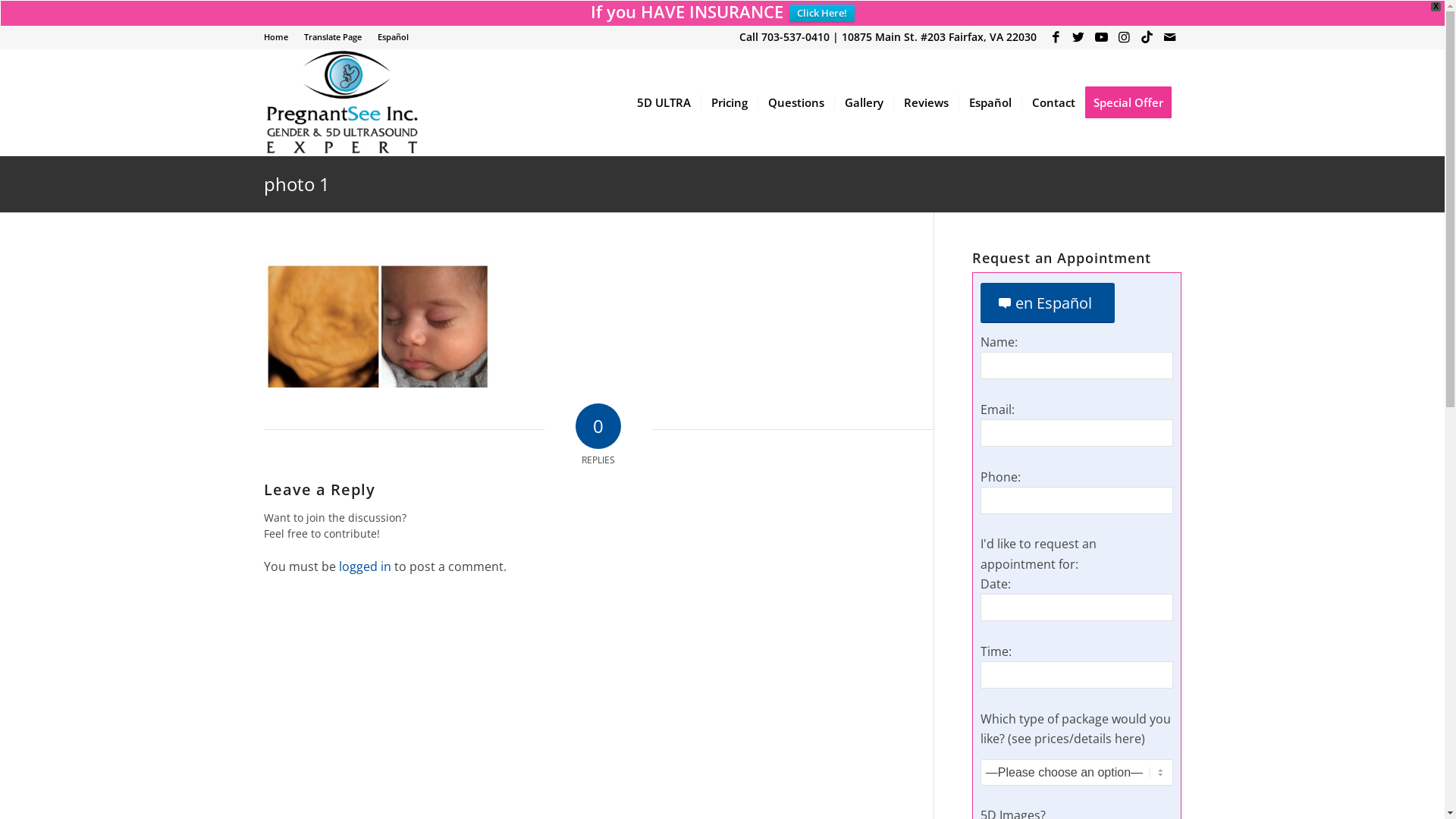  Describe the element at coordinates (276, 36) in the screenshot. I see `'Home'` at that location.